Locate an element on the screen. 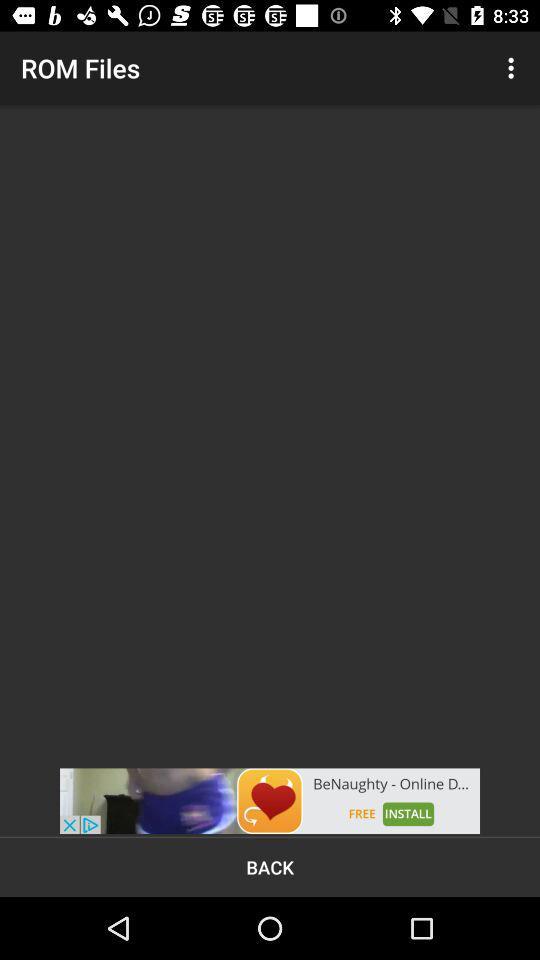 The width and height of the screenshot is (540, 960). install app is located at coordinates (270, 801).